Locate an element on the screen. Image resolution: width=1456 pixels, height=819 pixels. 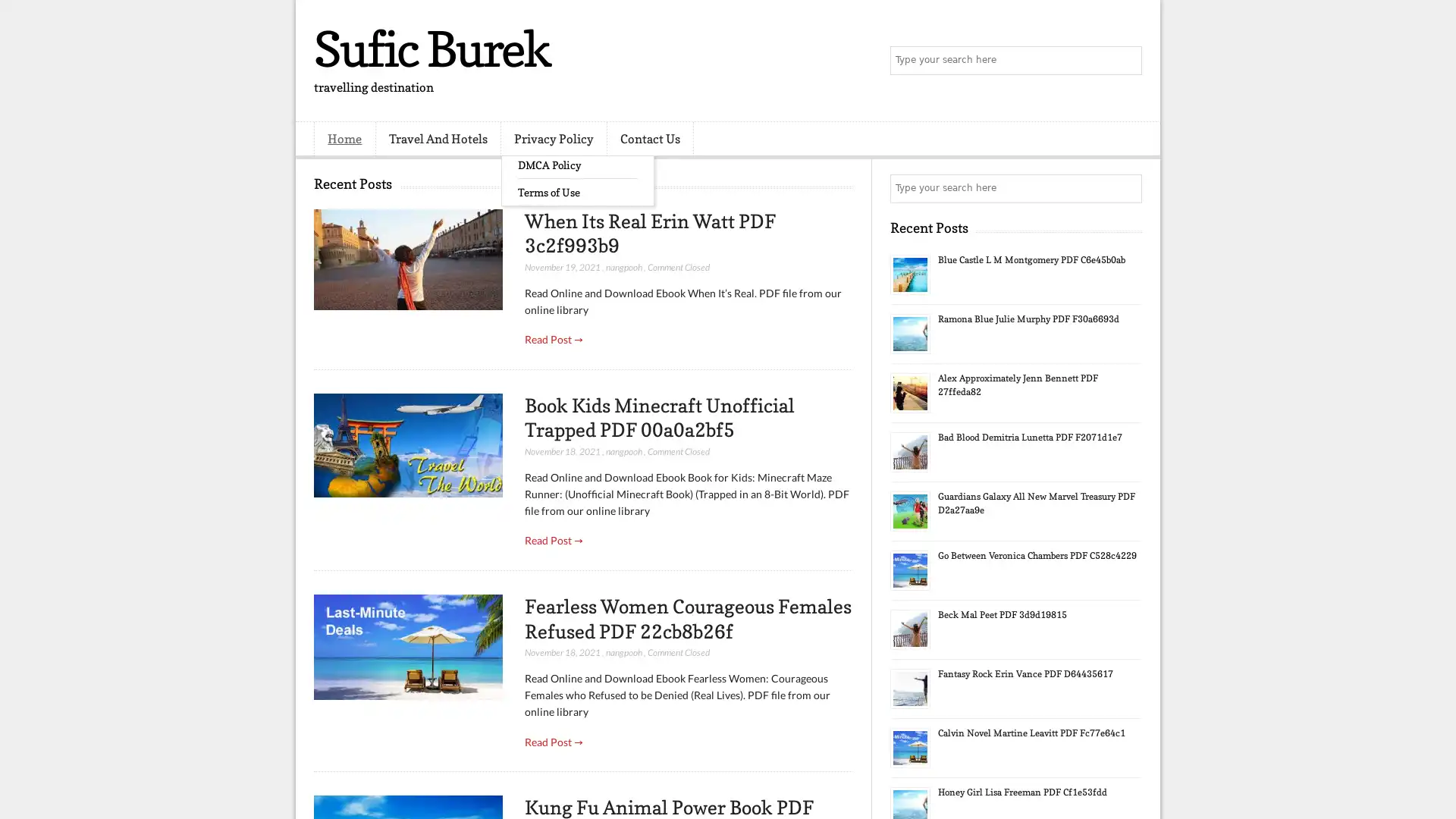
Search is located at coordinates (1126, 61).